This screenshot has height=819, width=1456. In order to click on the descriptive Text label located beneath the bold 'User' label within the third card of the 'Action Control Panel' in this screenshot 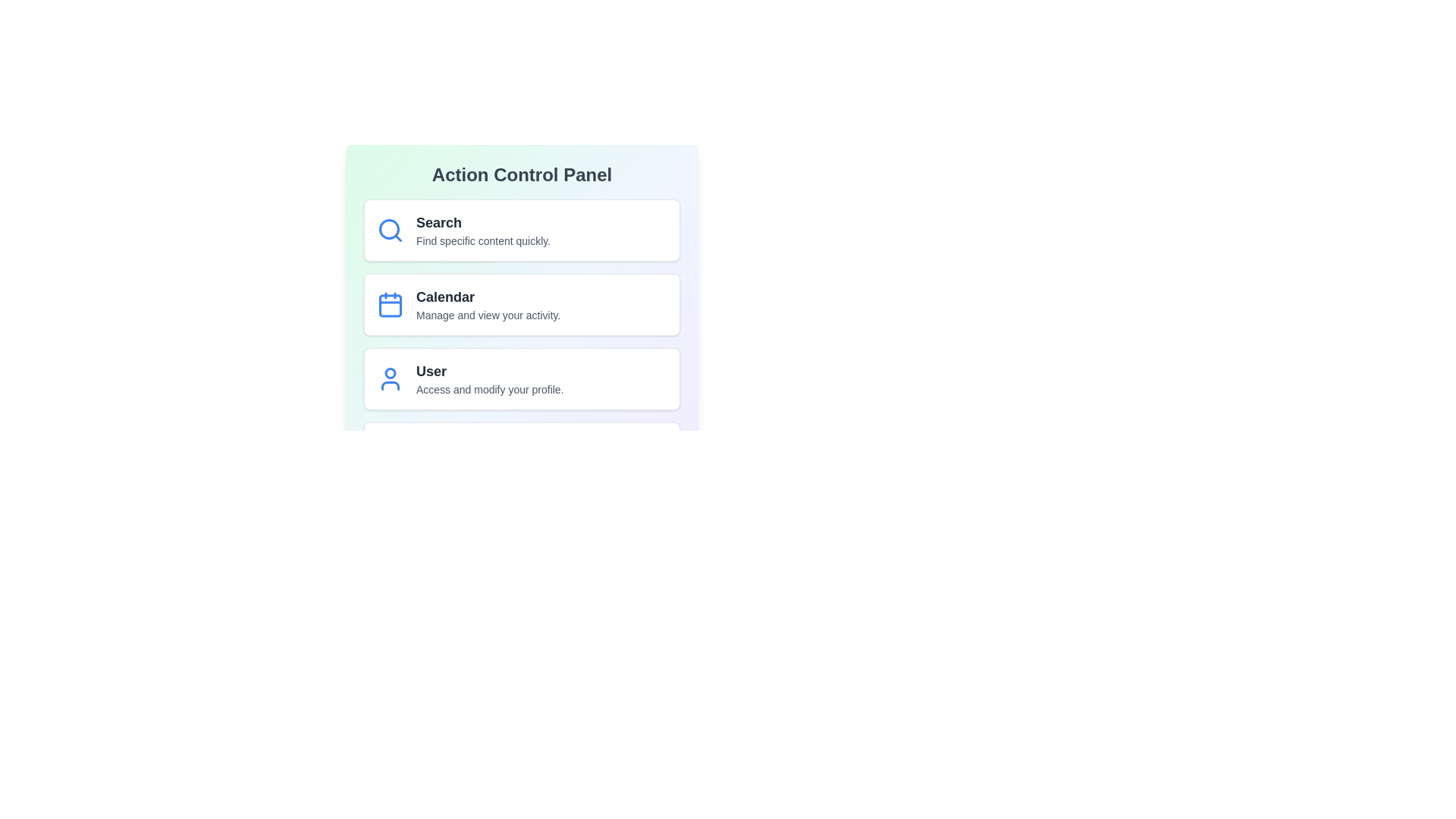, I will do `click(490, 388)`.